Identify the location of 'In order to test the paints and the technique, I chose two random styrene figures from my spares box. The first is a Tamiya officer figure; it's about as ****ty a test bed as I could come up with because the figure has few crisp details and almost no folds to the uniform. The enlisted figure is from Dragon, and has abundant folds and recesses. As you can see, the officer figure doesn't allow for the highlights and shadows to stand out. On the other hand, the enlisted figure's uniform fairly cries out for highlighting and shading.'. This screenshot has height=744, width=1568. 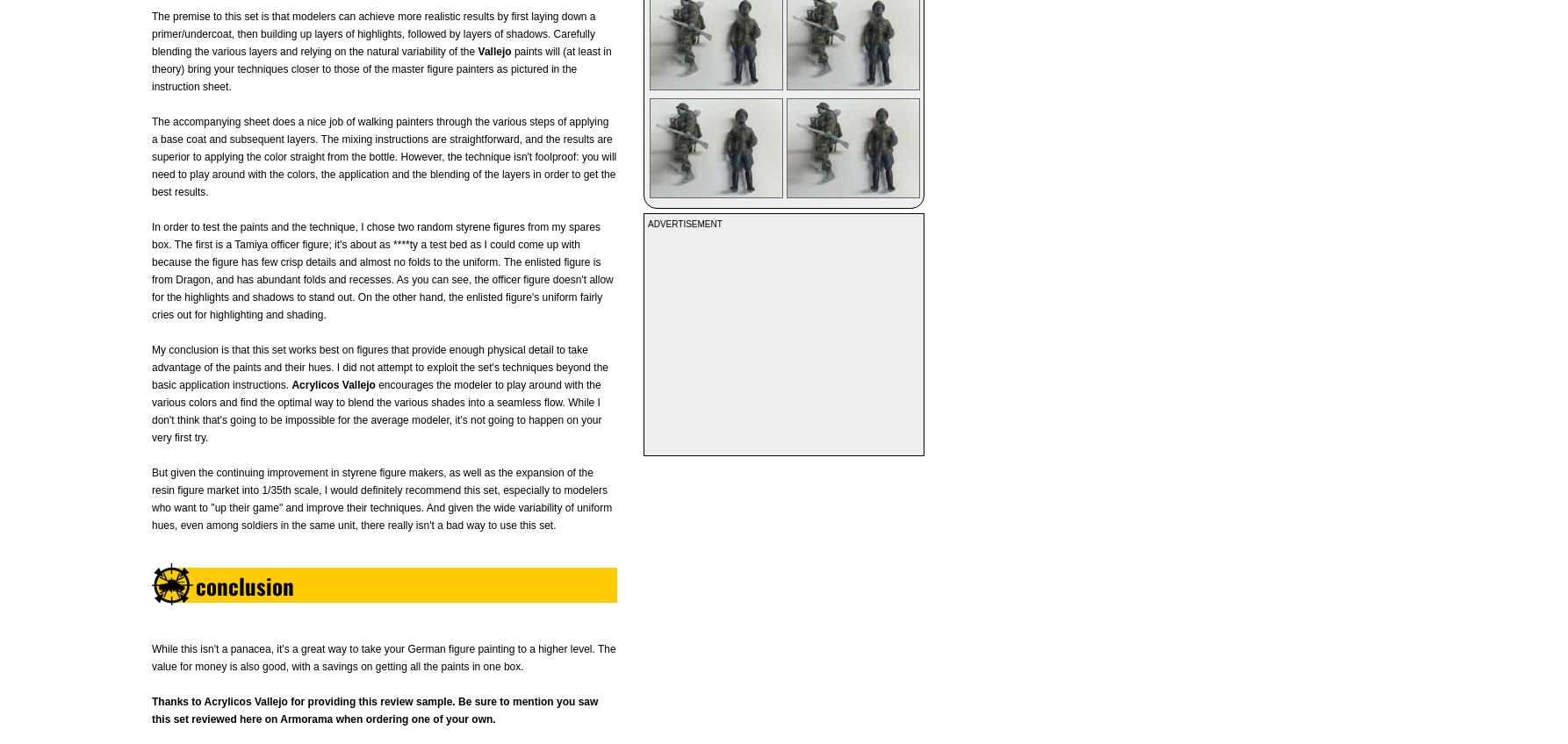
(151, 271).